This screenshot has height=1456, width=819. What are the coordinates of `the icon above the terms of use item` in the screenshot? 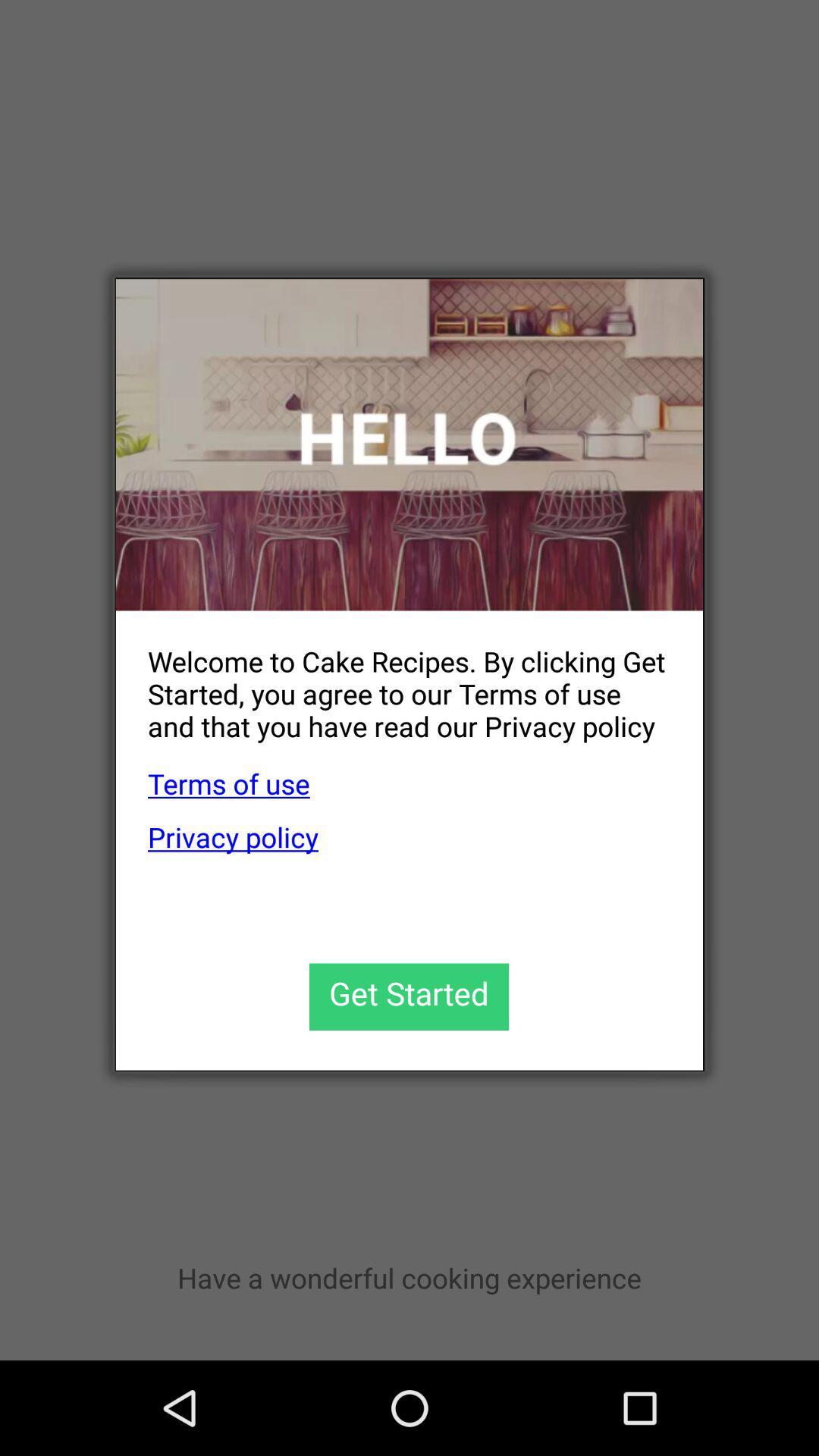 It's located at (393, 681).